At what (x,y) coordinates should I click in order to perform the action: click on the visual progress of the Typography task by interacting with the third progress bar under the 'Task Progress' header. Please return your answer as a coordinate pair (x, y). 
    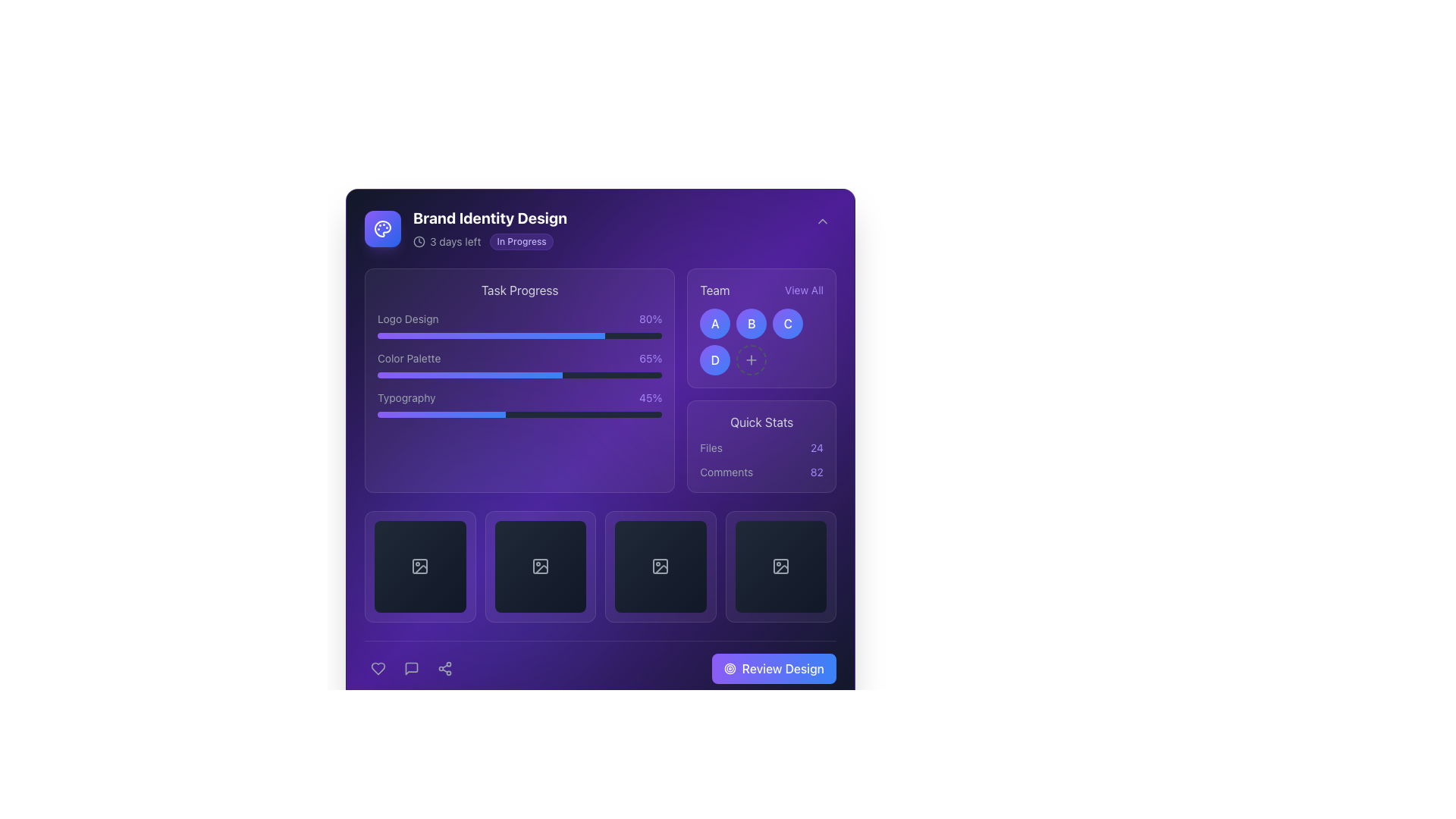
    Looking at the image, I should click on (519, 403).